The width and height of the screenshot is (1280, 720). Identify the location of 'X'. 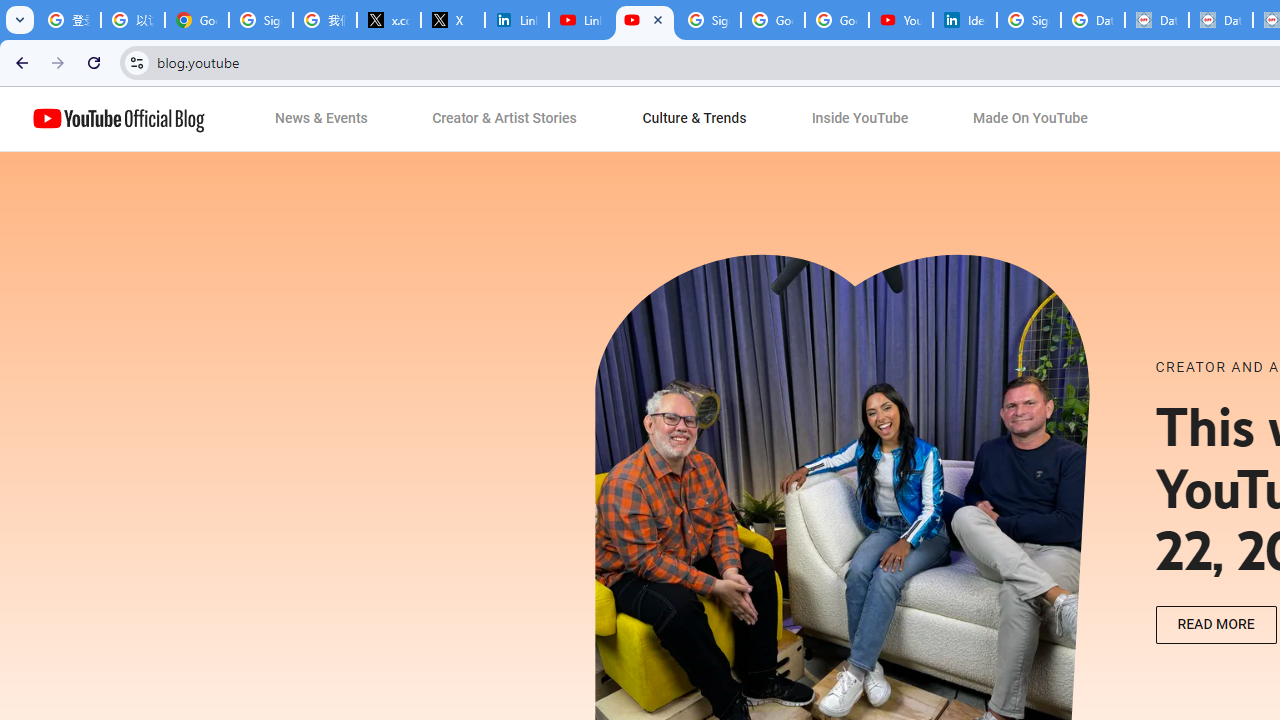
(452, 20).